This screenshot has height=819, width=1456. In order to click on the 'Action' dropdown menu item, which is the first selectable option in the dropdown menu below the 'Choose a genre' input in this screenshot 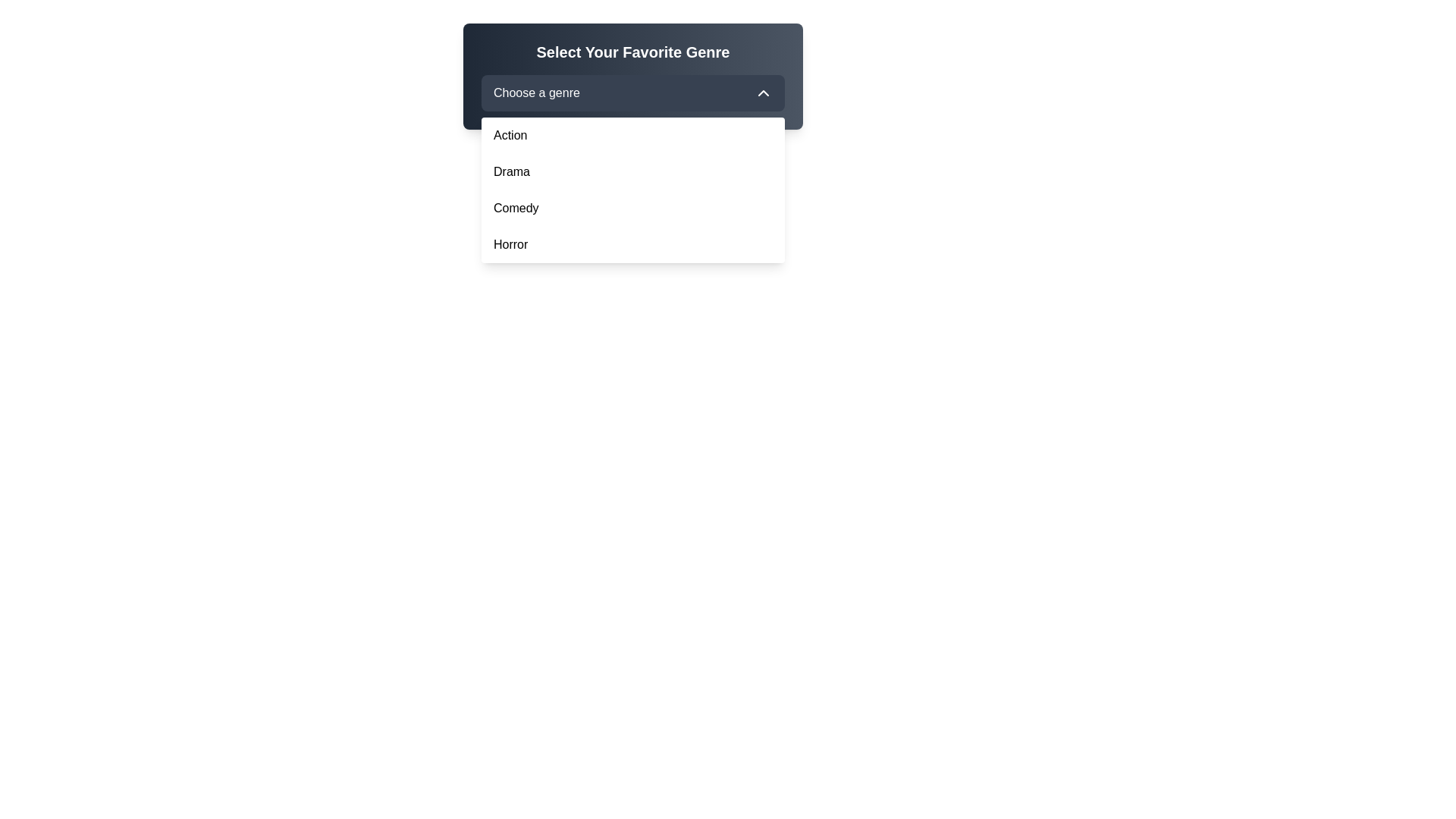, I will do `click(510, 134)`.